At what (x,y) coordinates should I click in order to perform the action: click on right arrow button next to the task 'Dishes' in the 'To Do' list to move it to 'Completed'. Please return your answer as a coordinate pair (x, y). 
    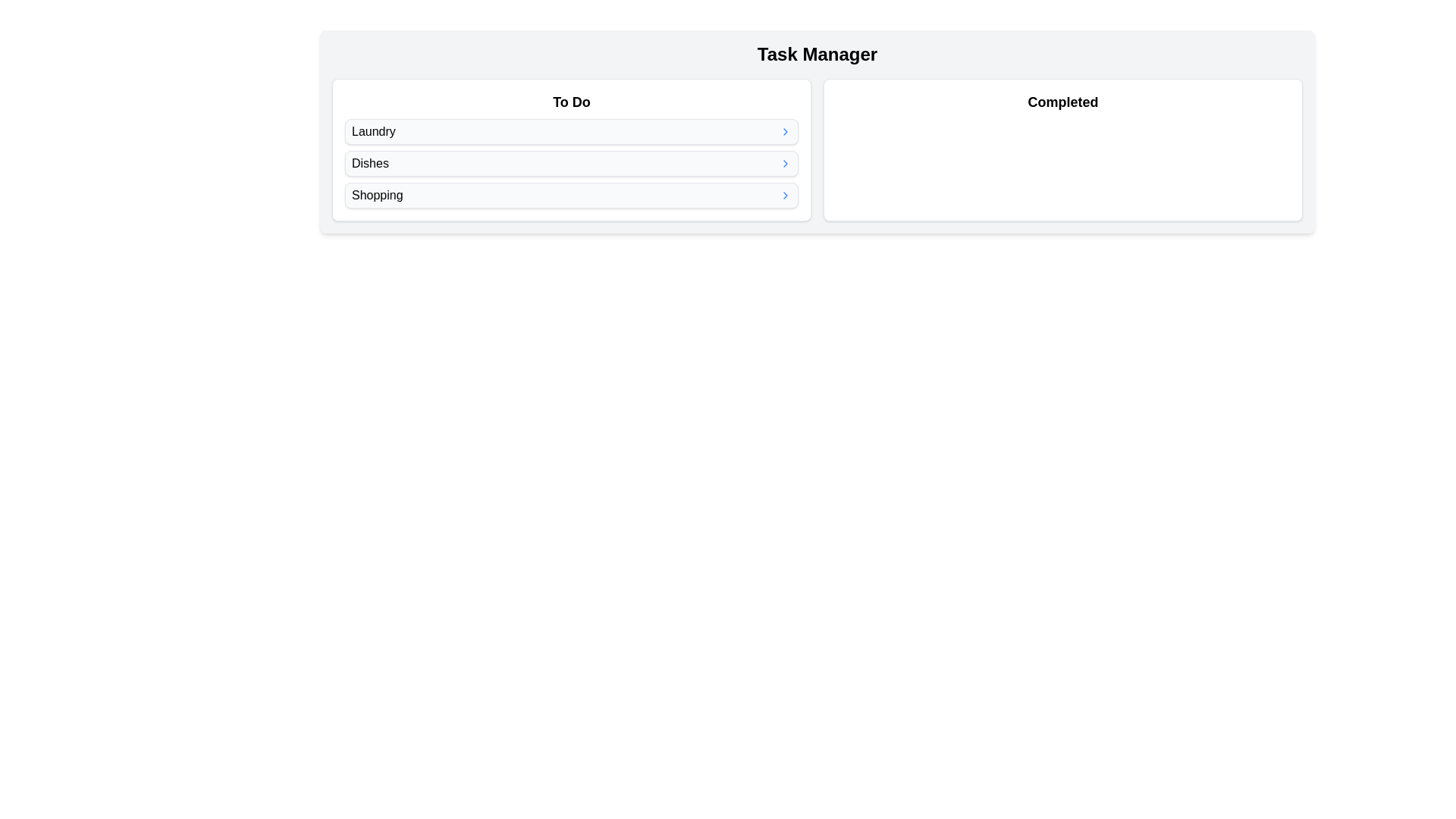
    Looking at the image, I should click on (786, 164).